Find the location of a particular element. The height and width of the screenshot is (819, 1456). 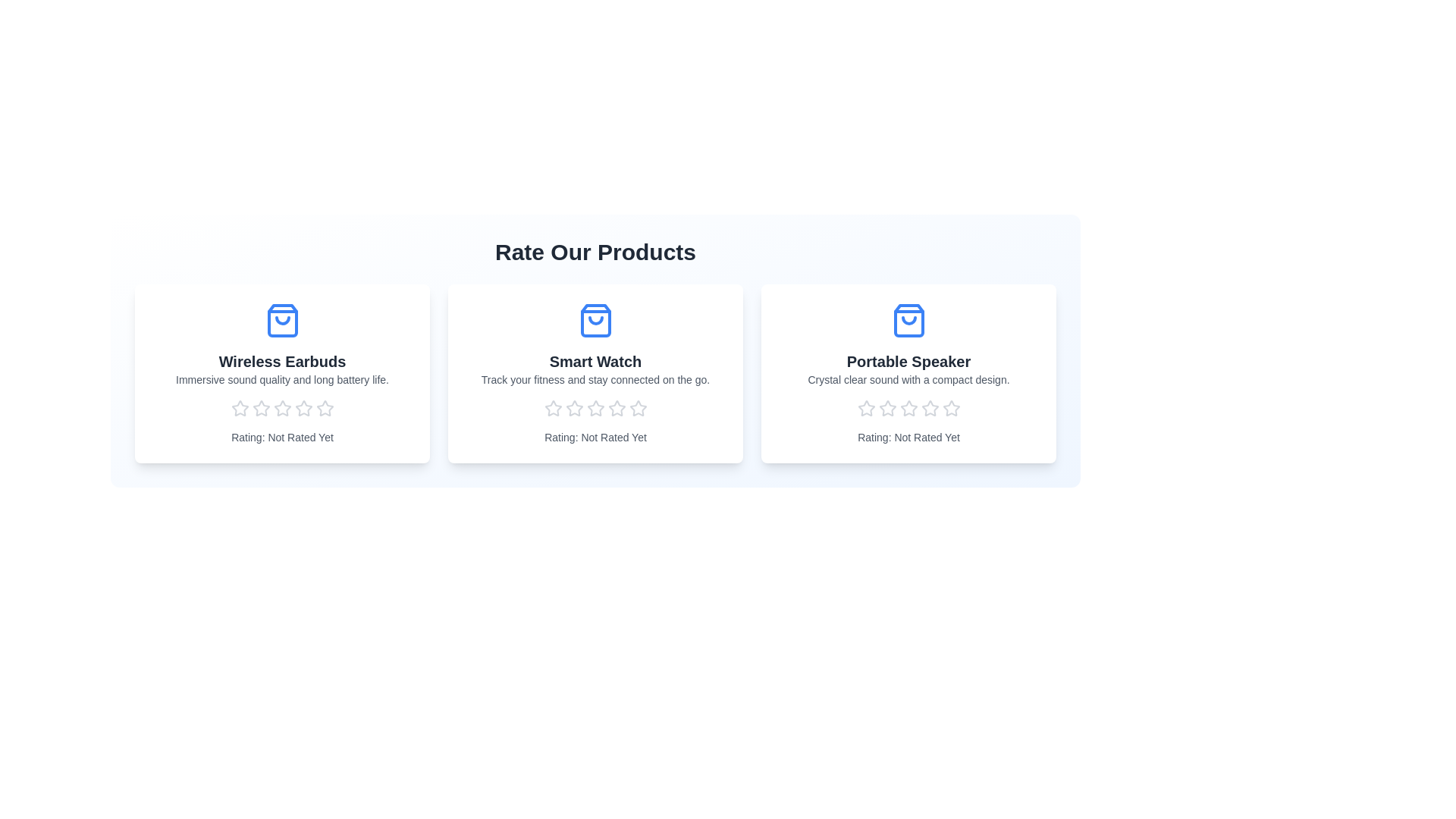

the product card for Wireless Earbuds is located at coordinates (282, 374).